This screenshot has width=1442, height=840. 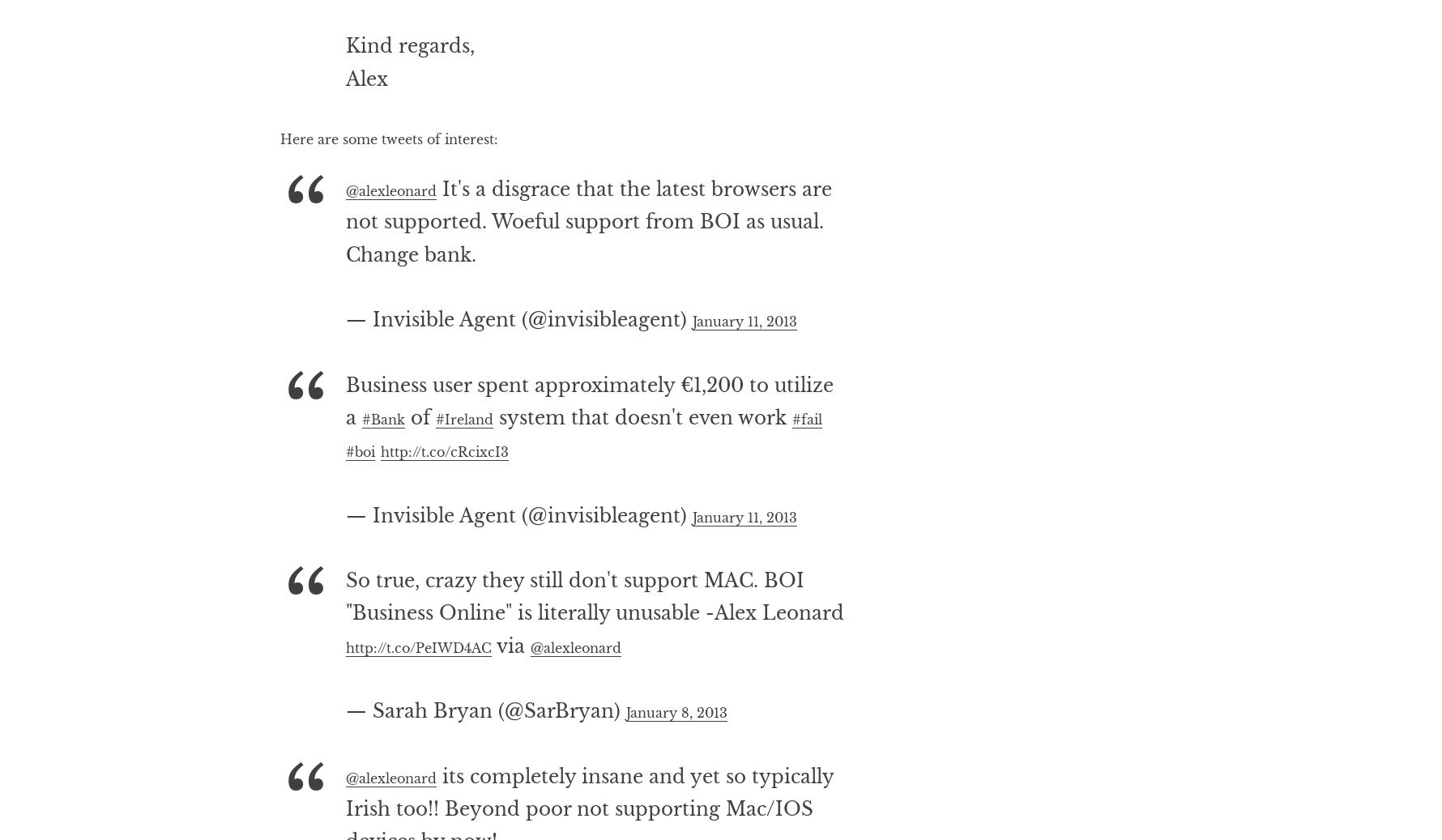 I want to click on '— Sarah Bryan (@SarBryan)', so click(x=343, y=775).